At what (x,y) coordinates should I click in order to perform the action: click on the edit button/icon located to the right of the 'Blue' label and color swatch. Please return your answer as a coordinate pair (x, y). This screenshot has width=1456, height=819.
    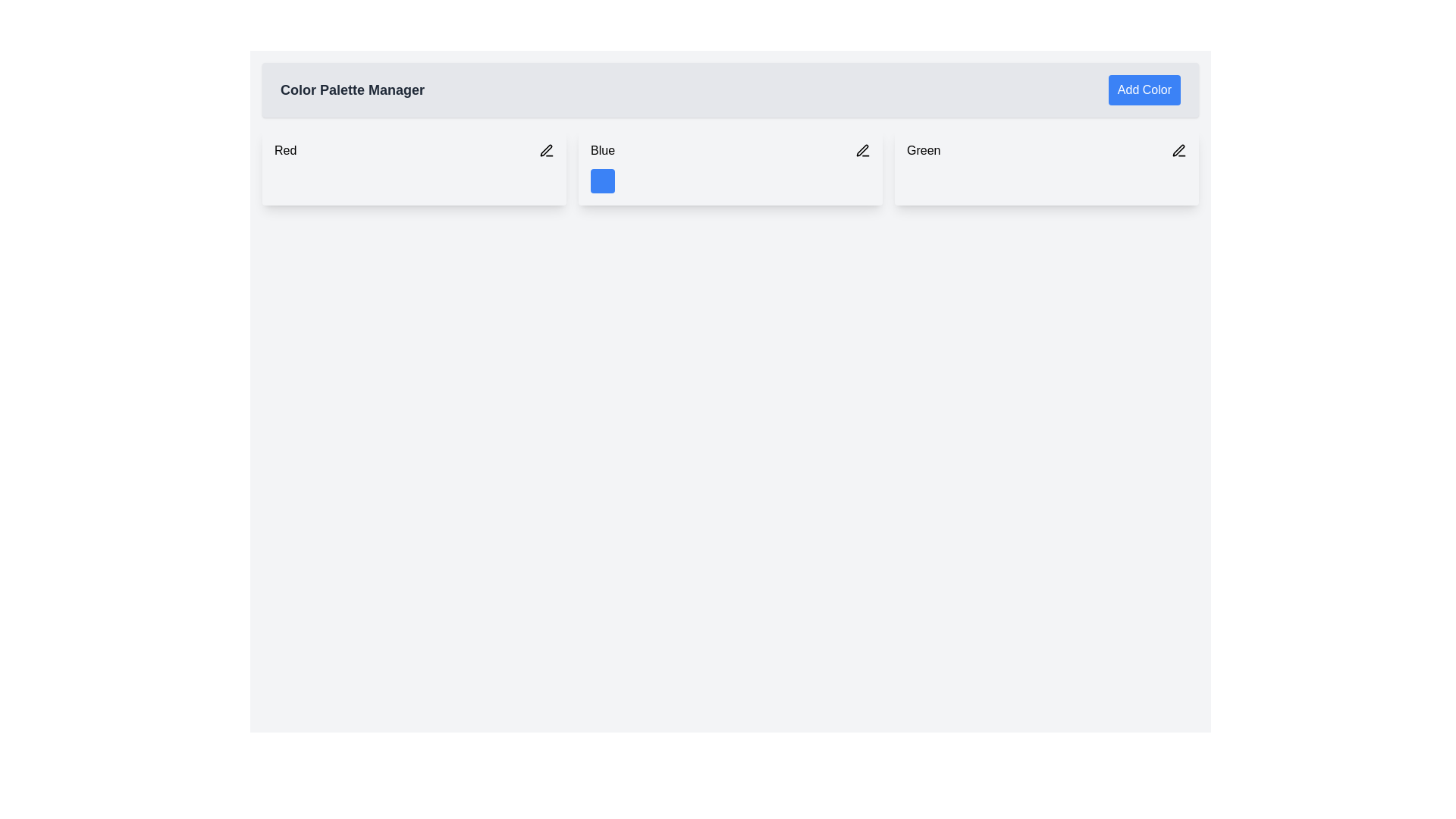
    Looking at the image, I should click on (862, 151).